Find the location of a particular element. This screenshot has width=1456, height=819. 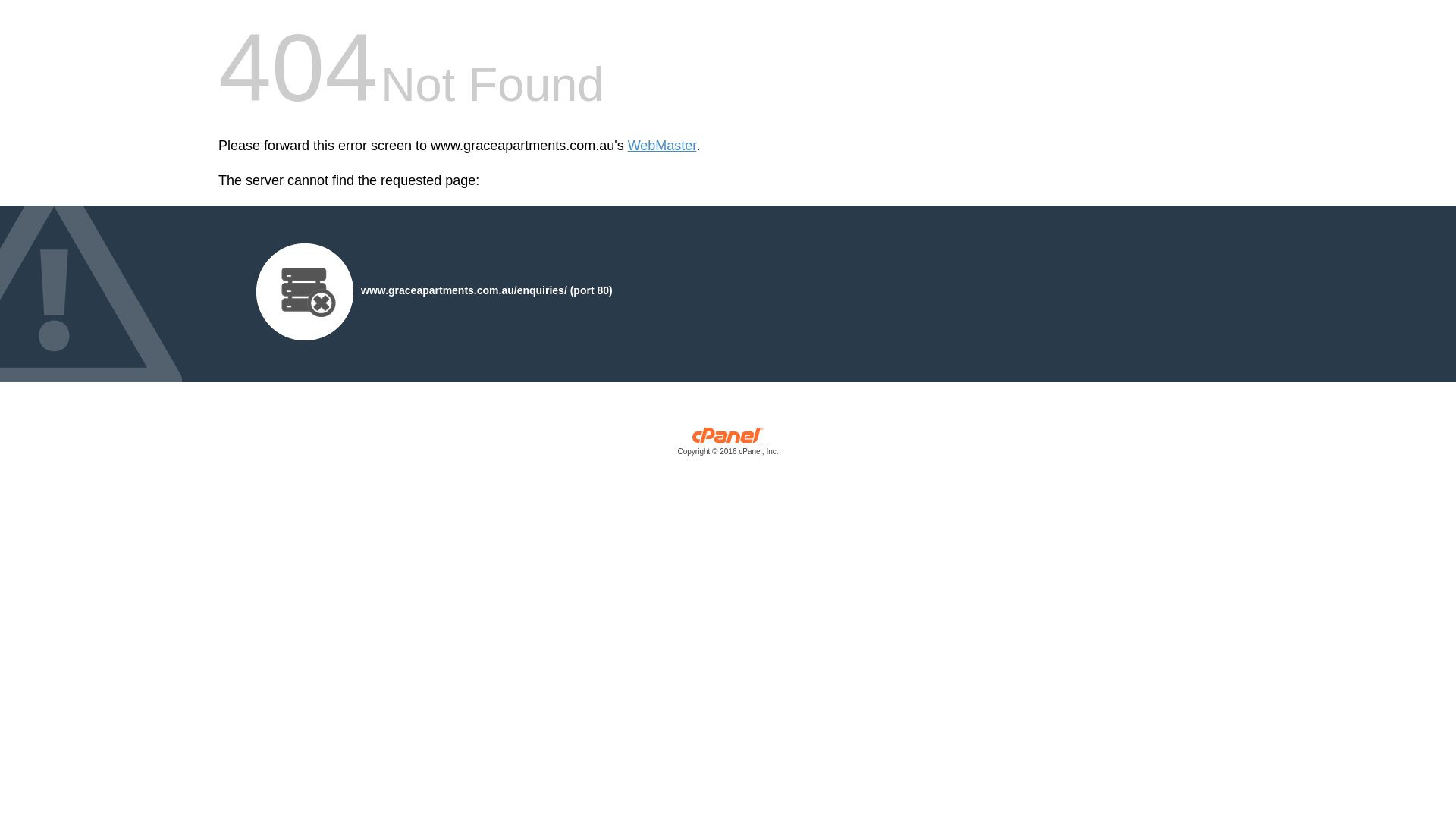

'WebMaster' is located at coordinates (662, 146).